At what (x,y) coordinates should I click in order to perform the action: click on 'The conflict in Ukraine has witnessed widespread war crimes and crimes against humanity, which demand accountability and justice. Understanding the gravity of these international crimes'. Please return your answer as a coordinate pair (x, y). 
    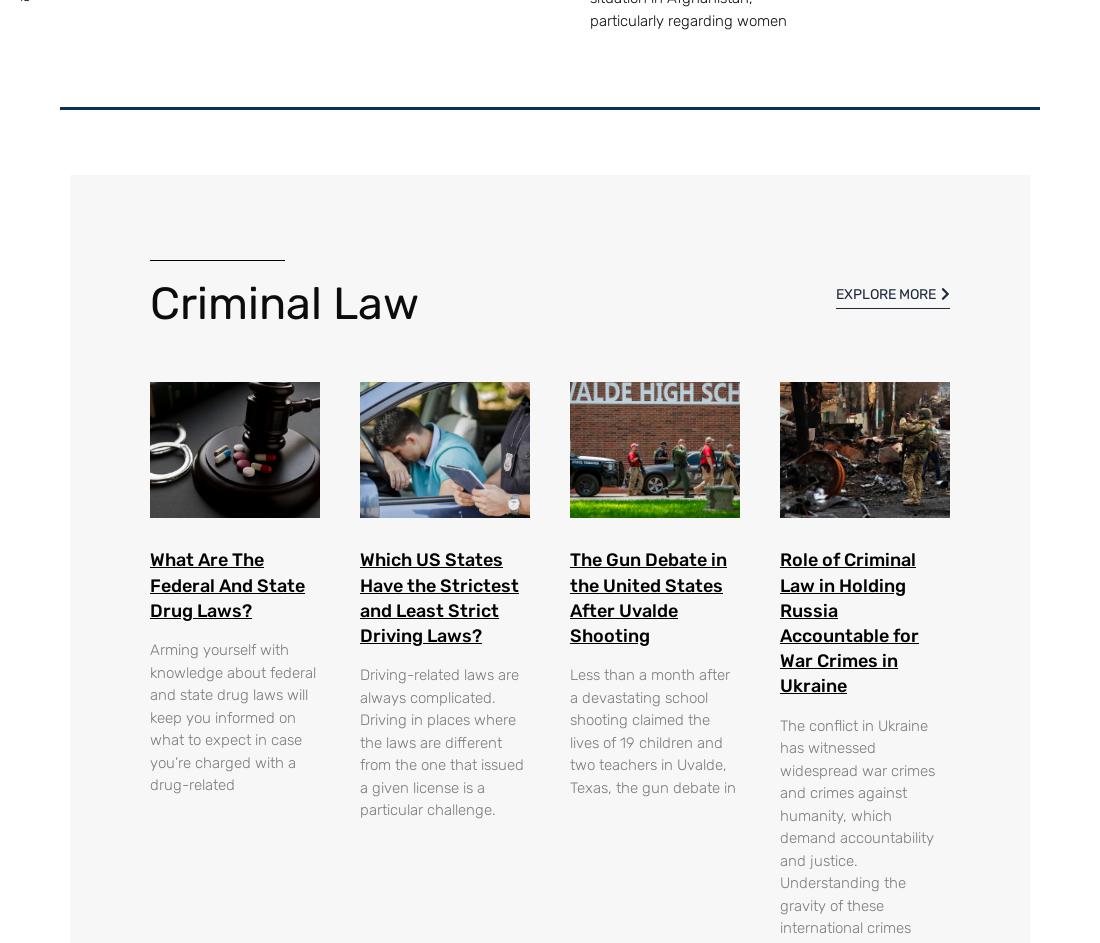
    Looking at the image, I should click on (856, 825).